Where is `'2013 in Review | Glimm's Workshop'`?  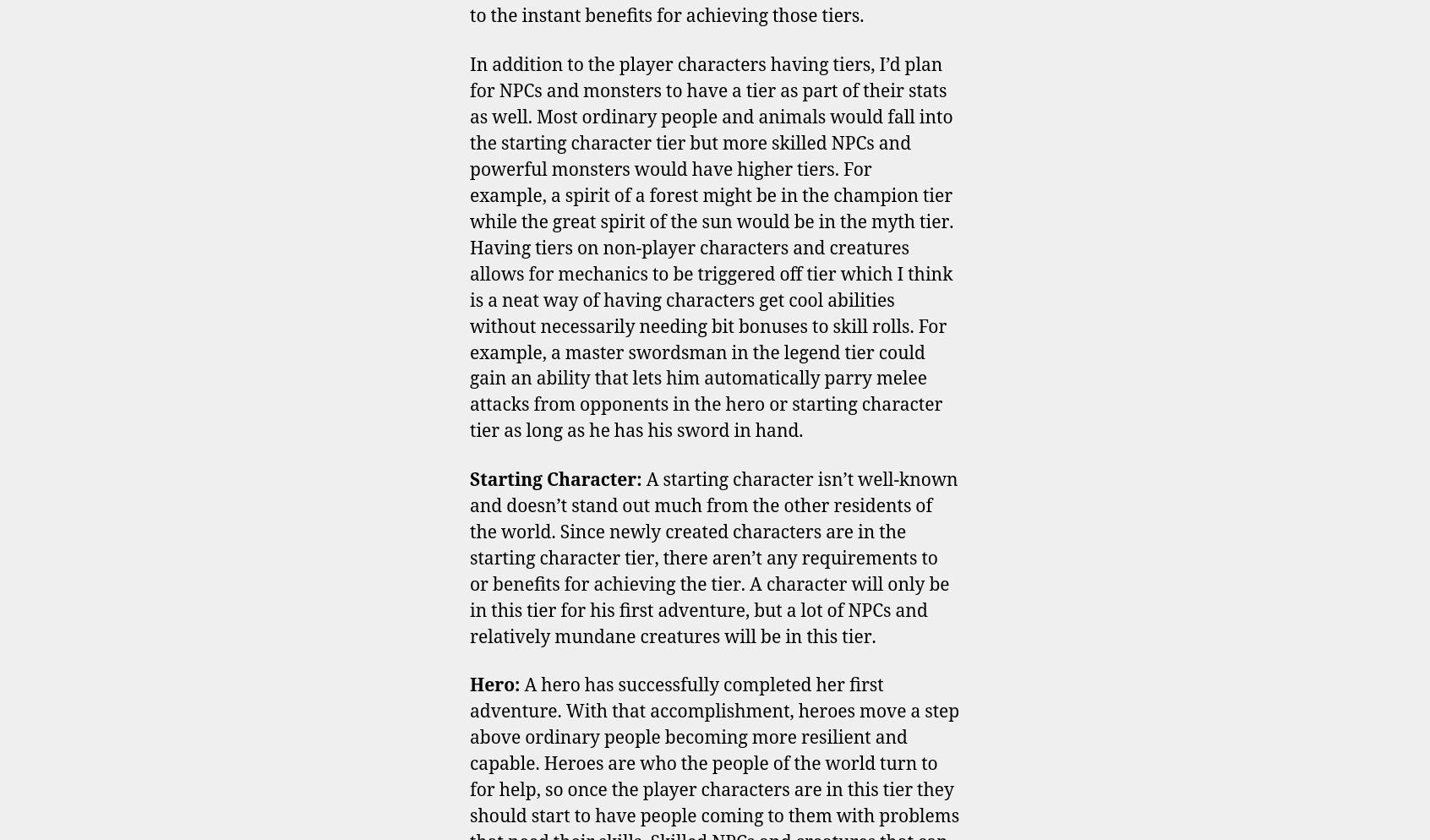
'2013 in Review | Glimm's Workshop' is located at coordinates (469, 325).